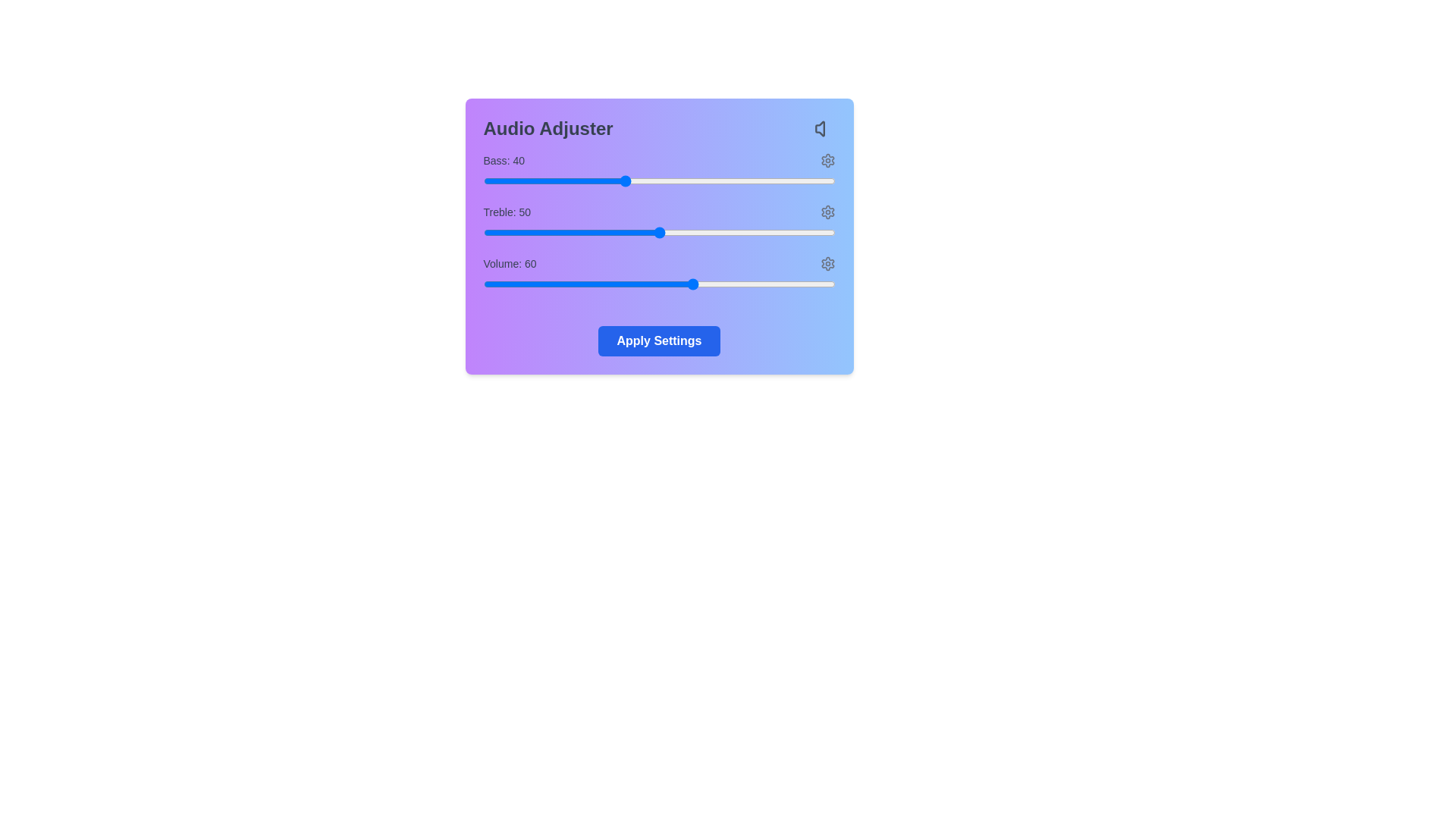  I want to click on the treble level, so click(683, 233).